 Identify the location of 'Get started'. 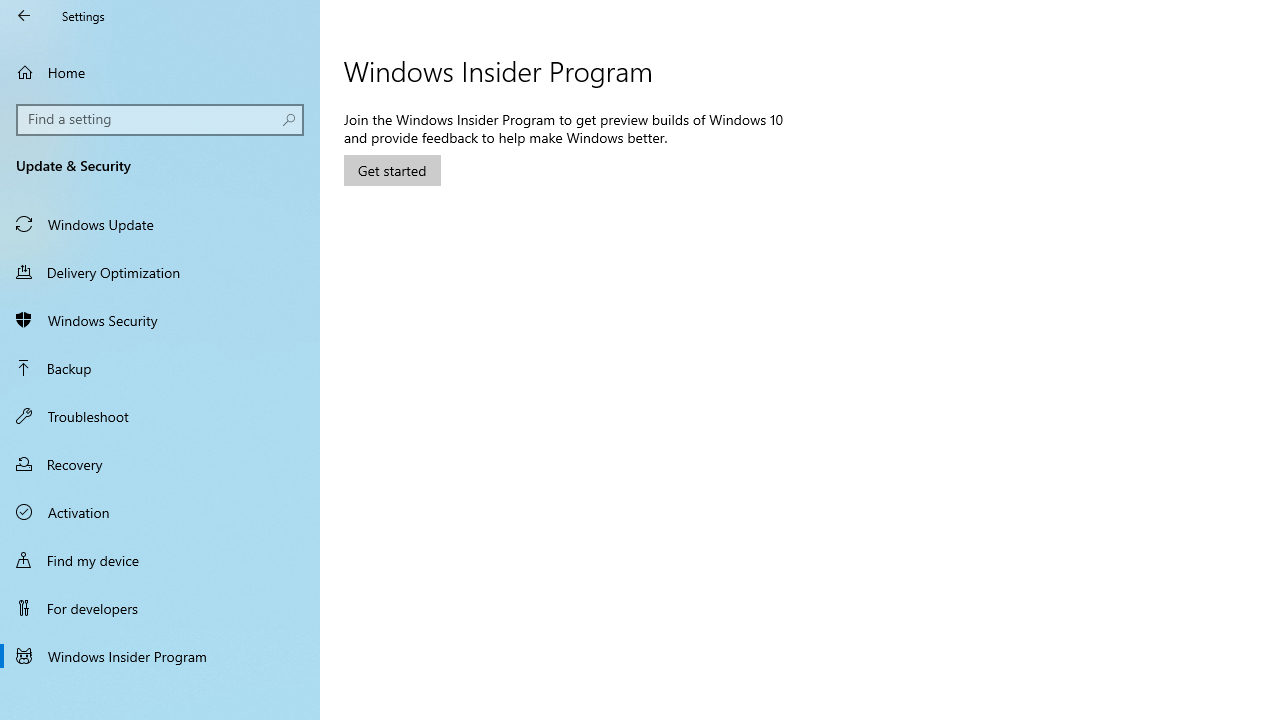
(392, 169).